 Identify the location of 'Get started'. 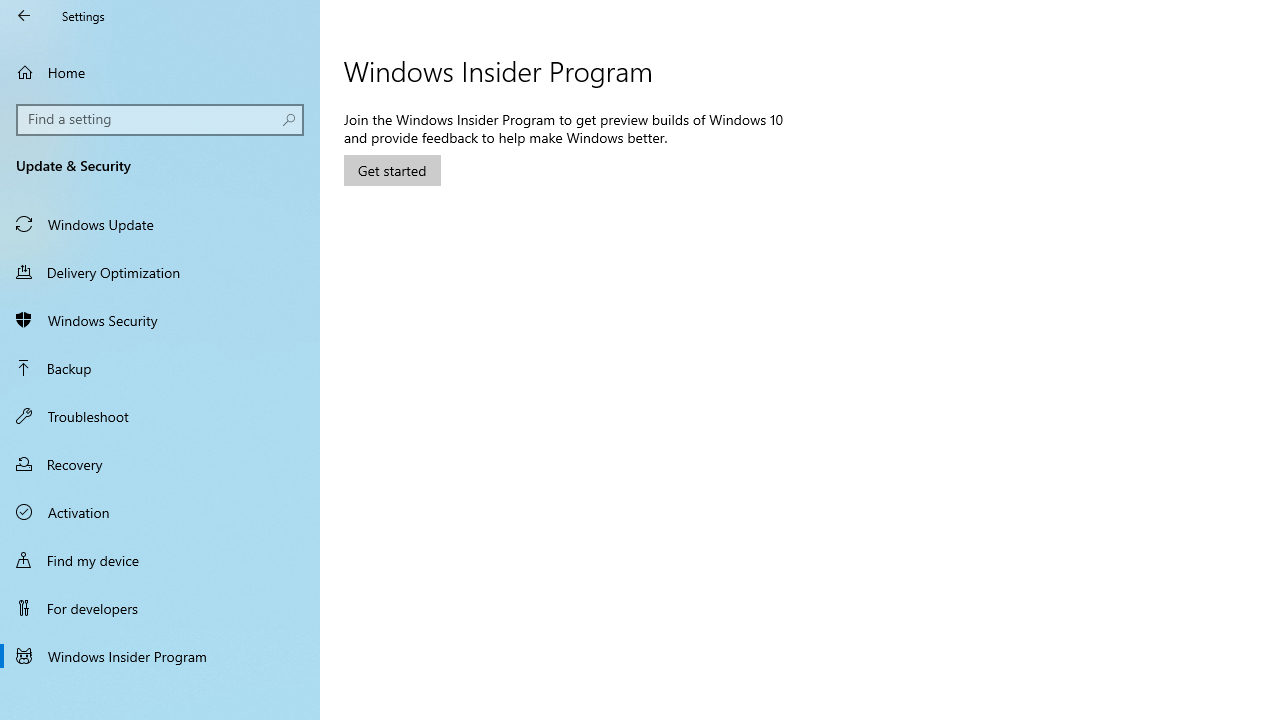
(392, 169).